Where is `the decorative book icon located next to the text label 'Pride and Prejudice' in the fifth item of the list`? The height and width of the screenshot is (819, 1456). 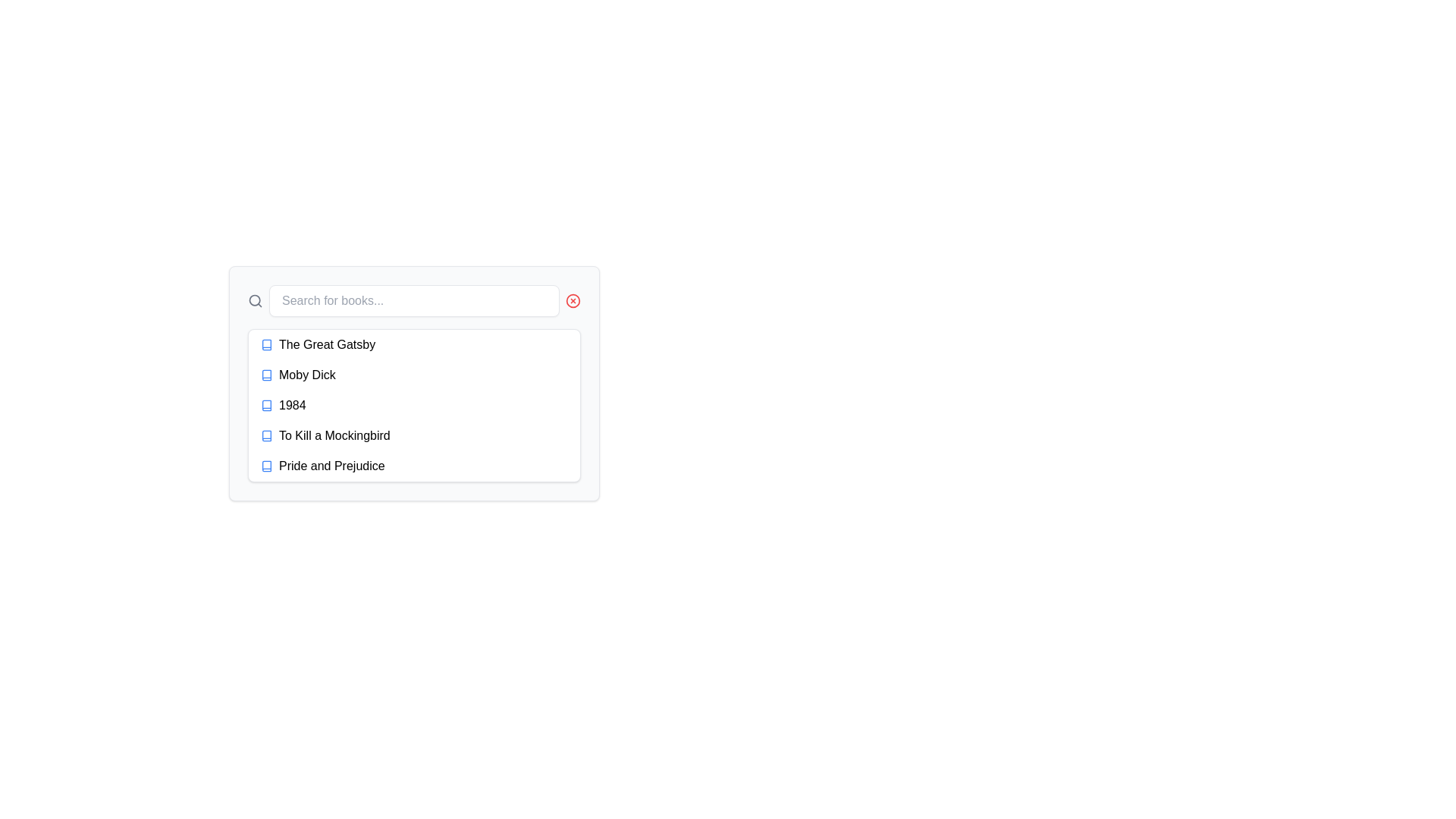 the decorative book icon located next to the text label 'Pride and Prejudice' in the fifth item of the list is located at coordinates (266, 465).